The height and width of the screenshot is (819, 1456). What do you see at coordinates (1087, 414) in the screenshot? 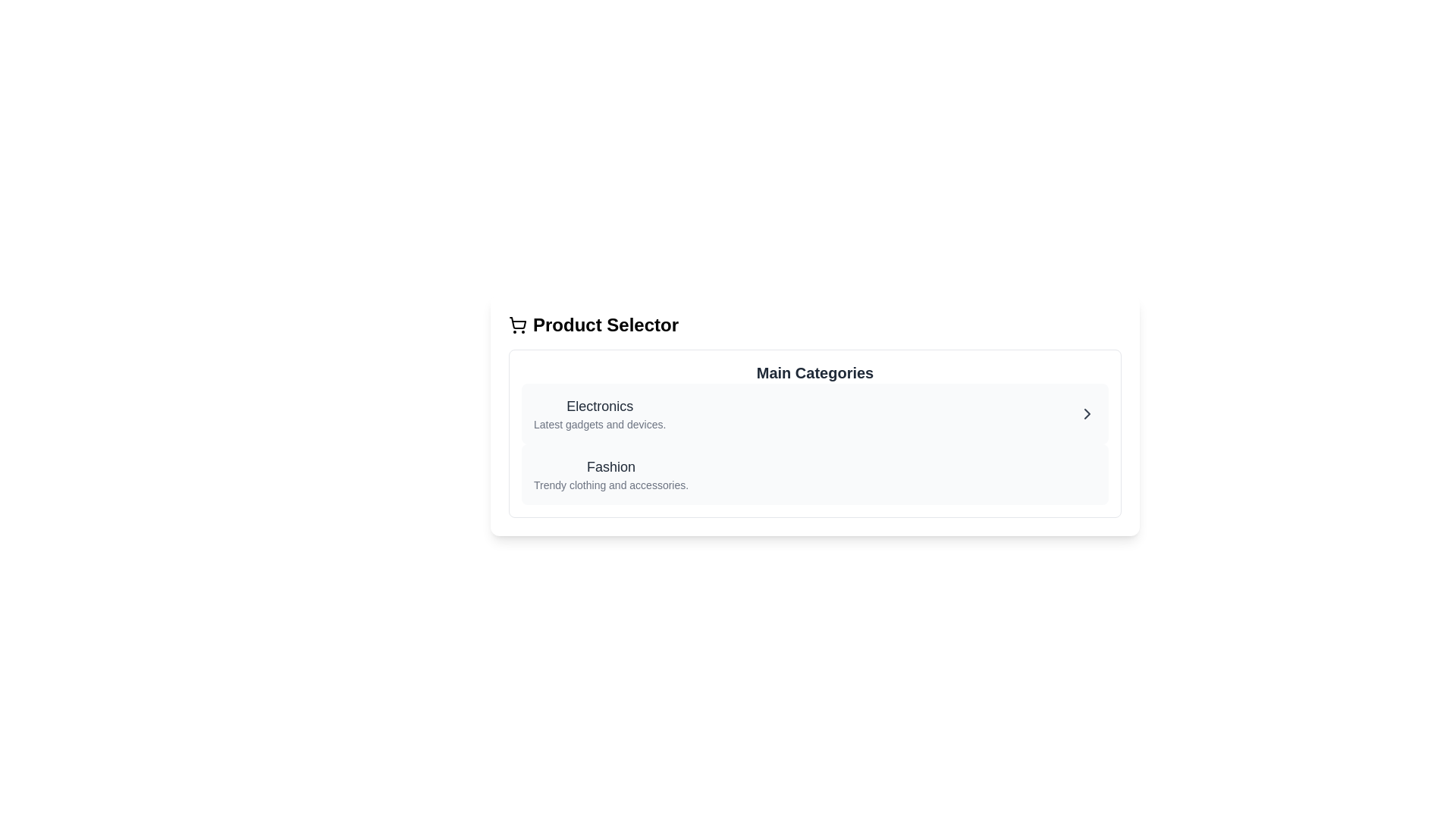
I see `the right-facing chevron icon located at the rightmost side of the 'Electronics' category card` at bounding box center [1087, 414].